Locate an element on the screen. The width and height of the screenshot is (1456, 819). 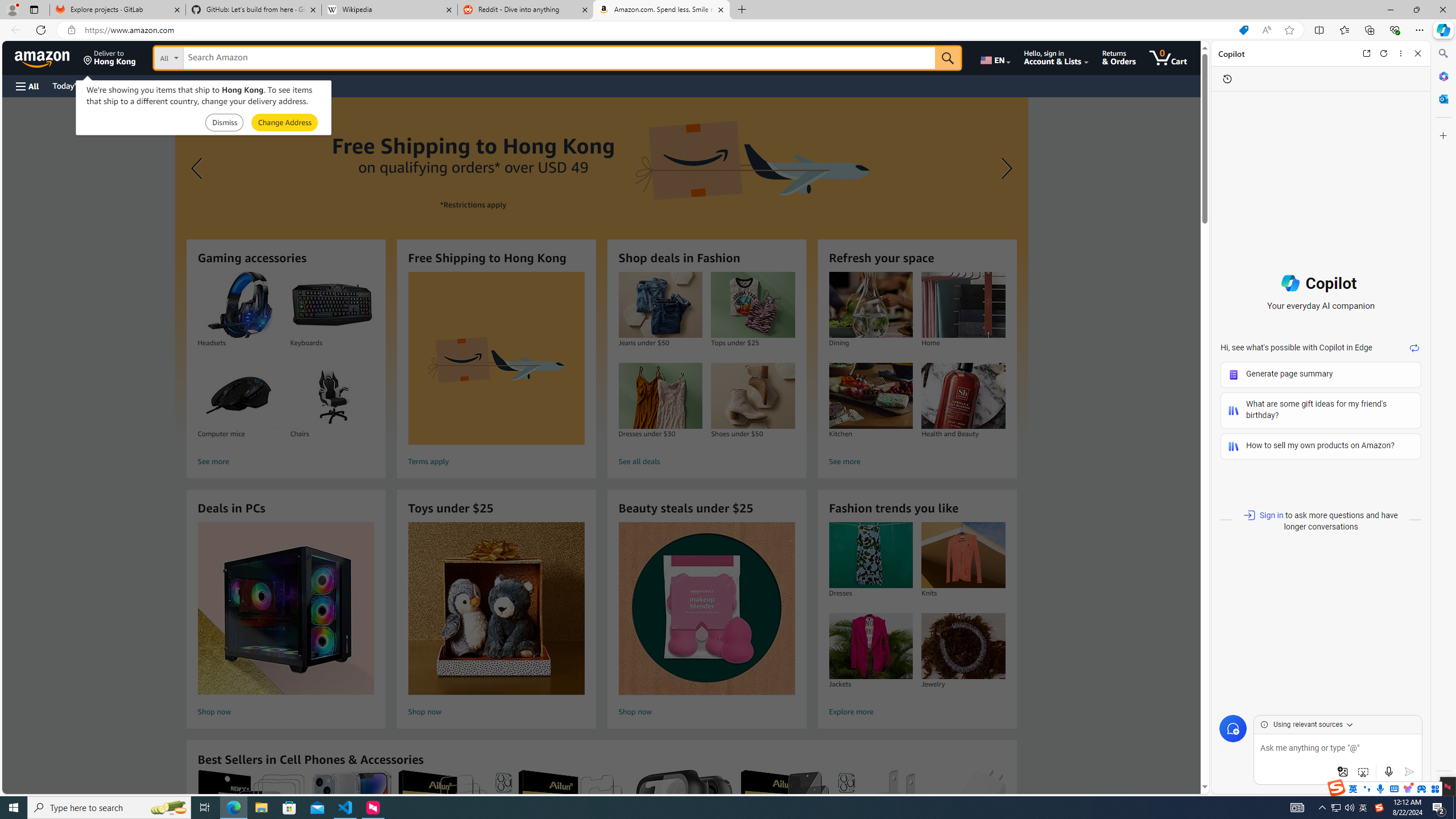
'Choose a language for shopping.' is located at coordinates (994, 57).